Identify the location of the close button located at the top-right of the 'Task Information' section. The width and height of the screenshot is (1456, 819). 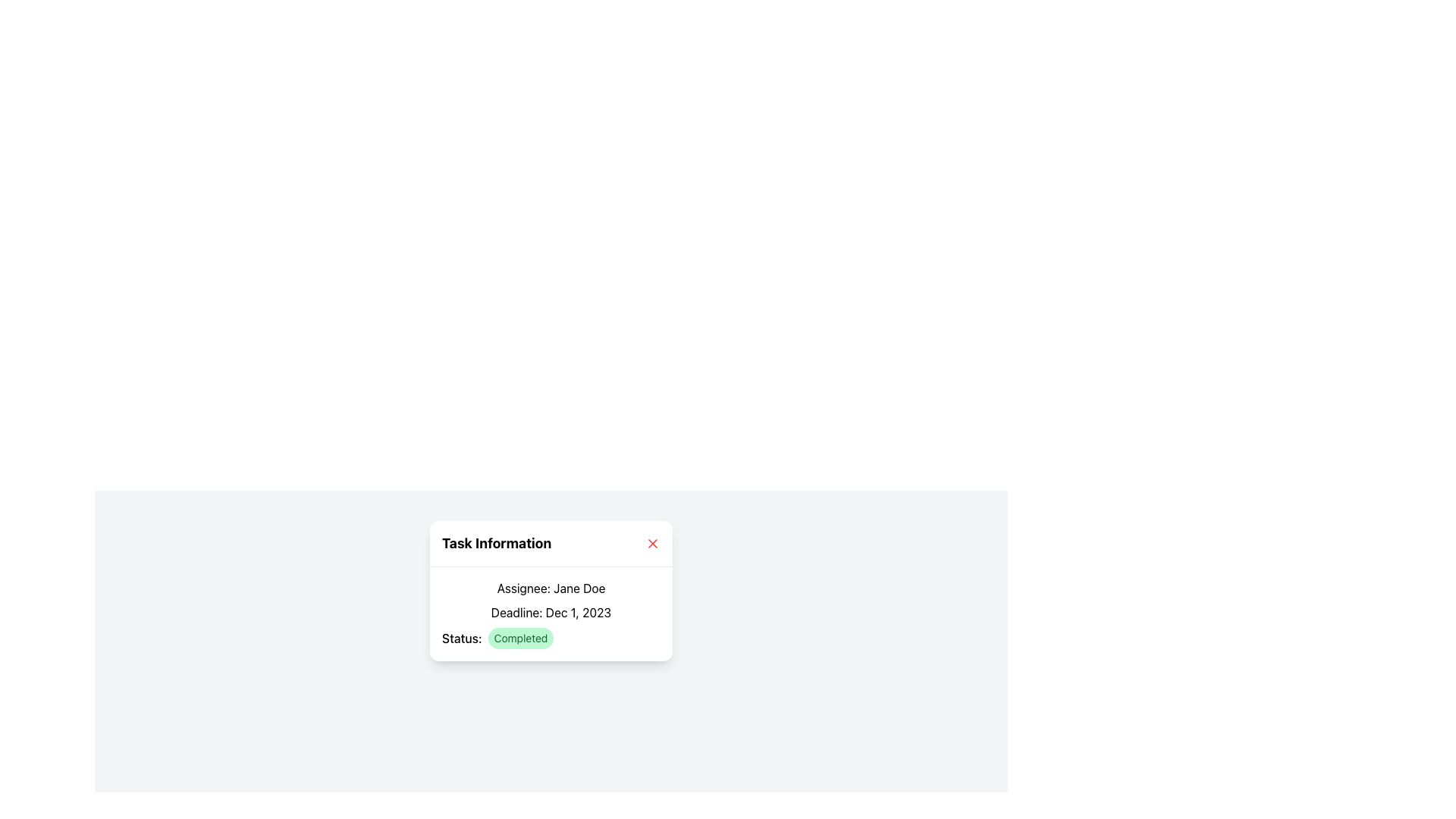
(652, 543).